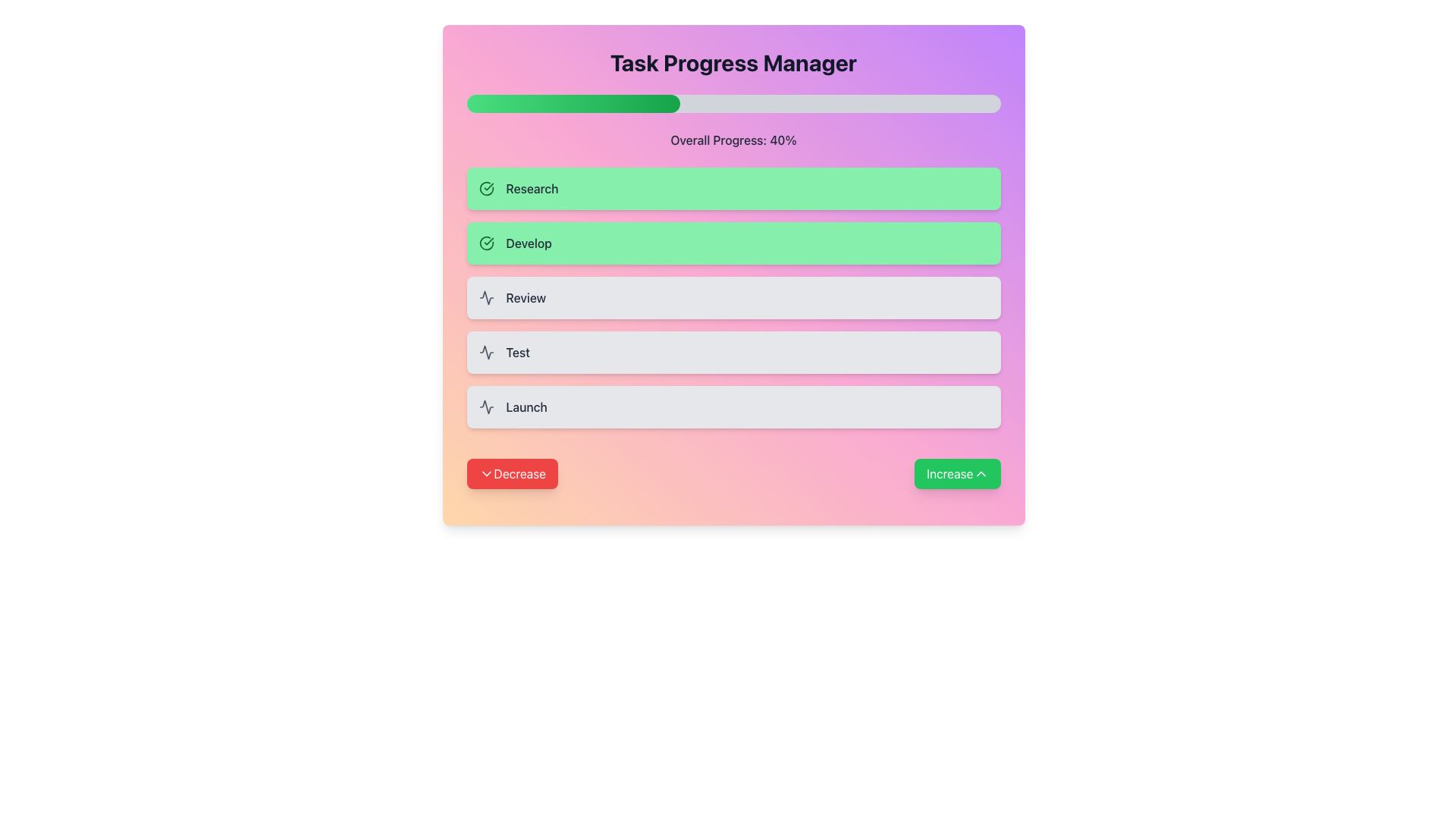 The width and height of the screenshot is (1456, 819). What do you see at coordinates (733, 140) in the screenshot?
I see `the text label that provides a numerical and descriptive representation of the ongoing task's progress, which is positioned directly beneath a horizontal progress bar` at bounding box center [733, 140].